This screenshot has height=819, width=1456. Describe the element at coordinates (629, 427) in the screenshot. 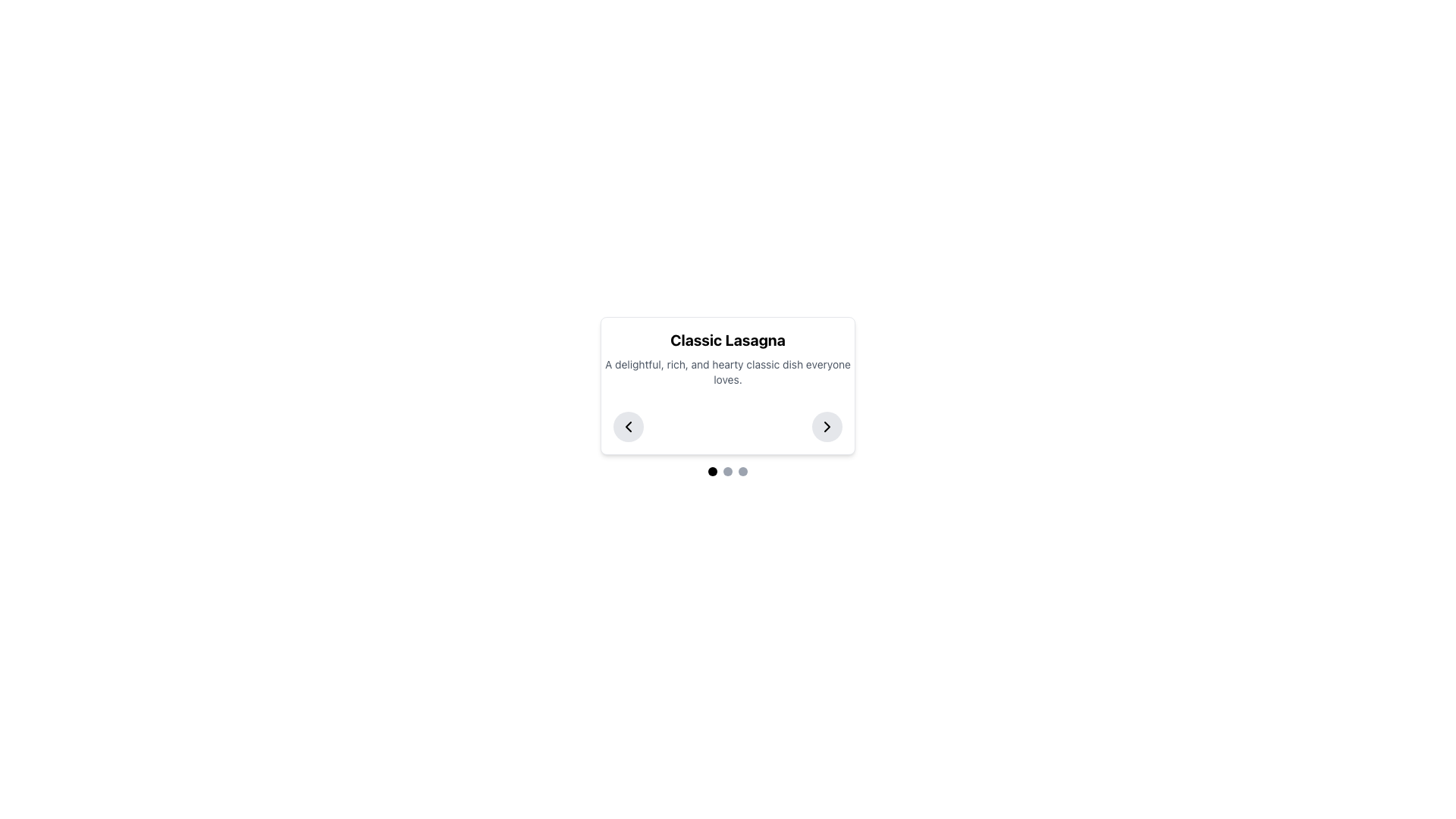

I see `the circular button with a light gray background and a dark left-pointing chevron icon` at that location.